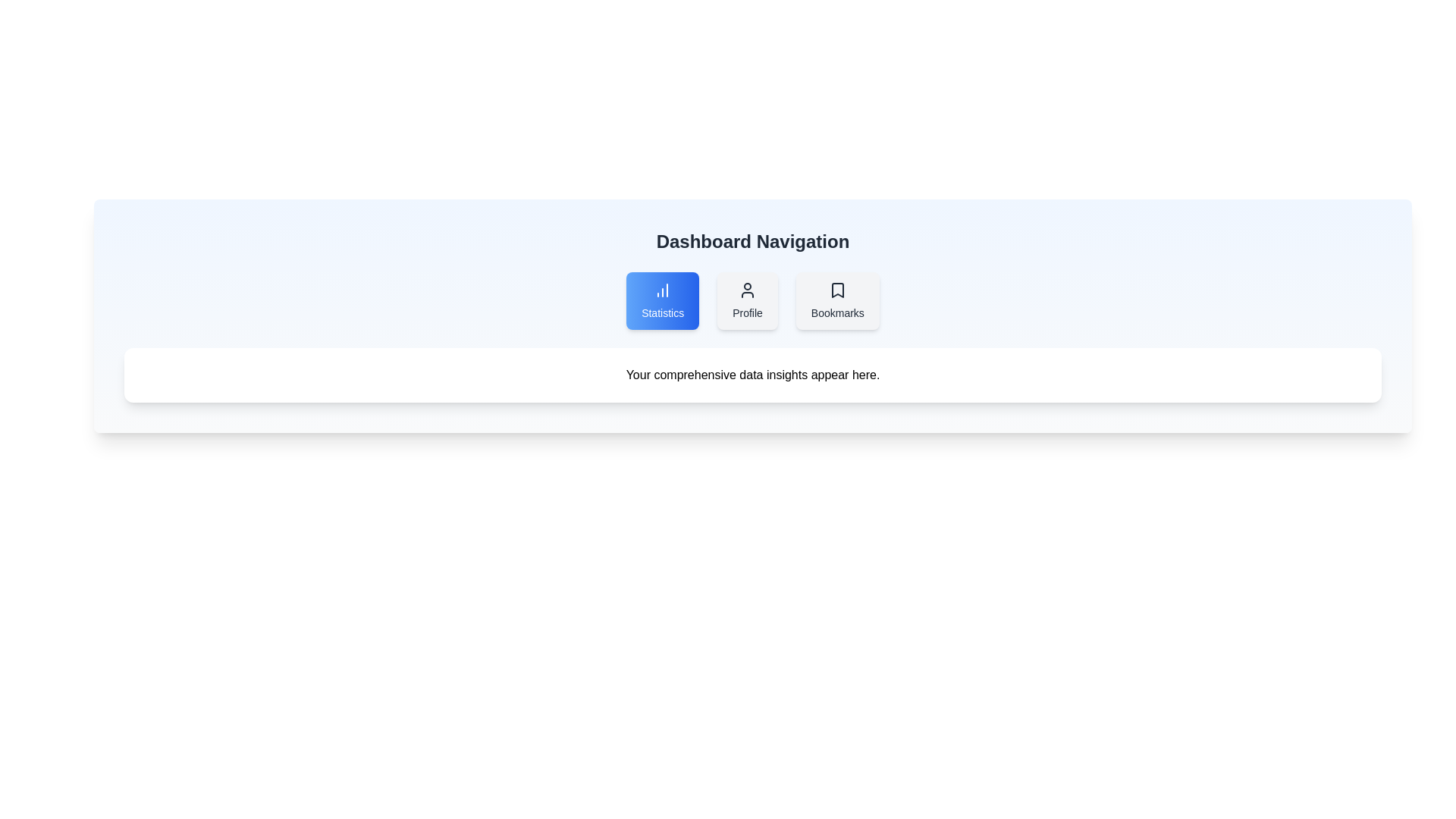 This screenshot has height=819, width=1456. Describe the element at coordinates (747, 301) in the screenshot. I see `the 'Profile' button, which is the second button in the horizontal navigation menu` at that location.